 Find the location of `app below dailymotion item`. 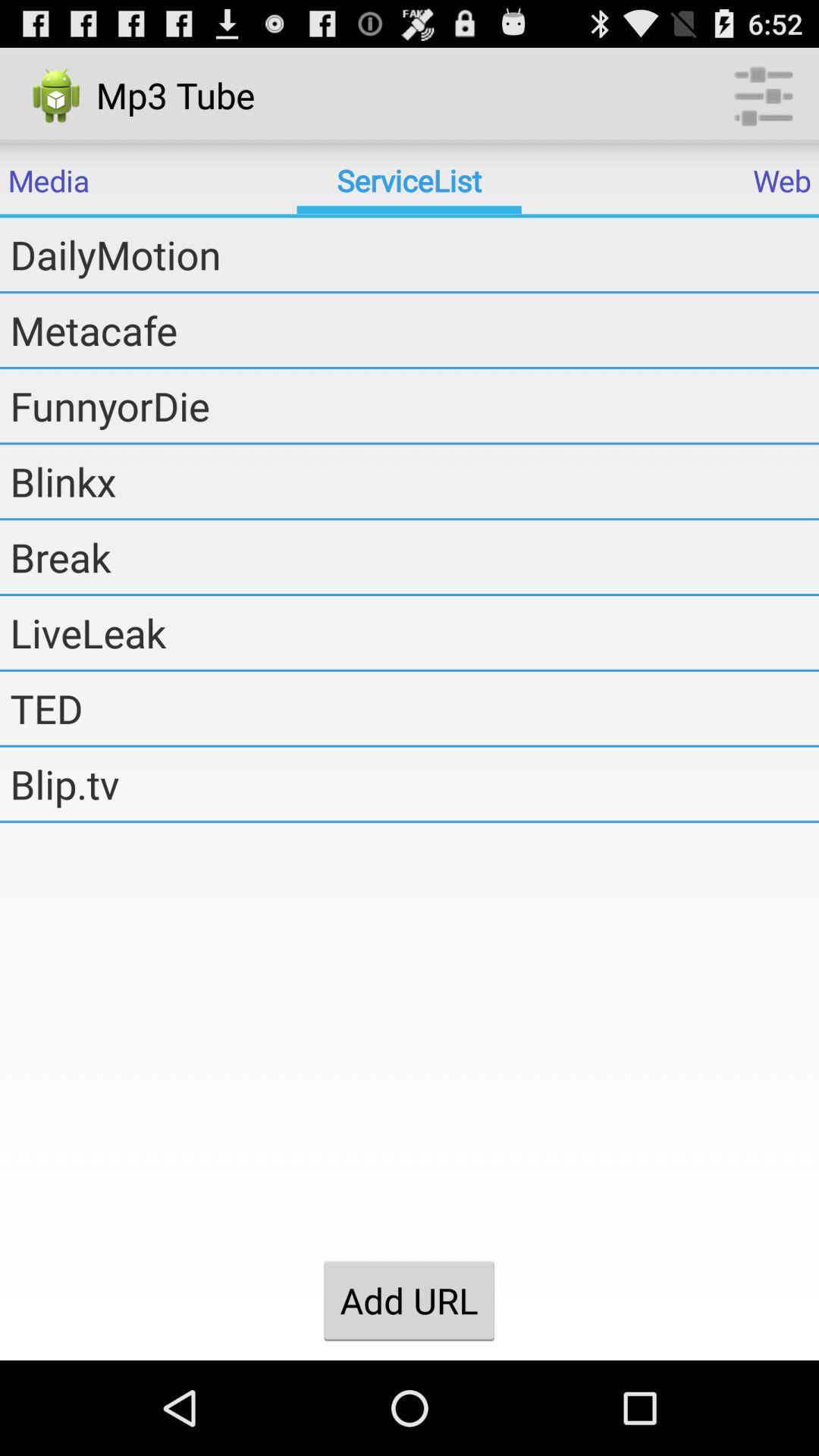

app below dailymotion item is located at coordinates (414, 329).